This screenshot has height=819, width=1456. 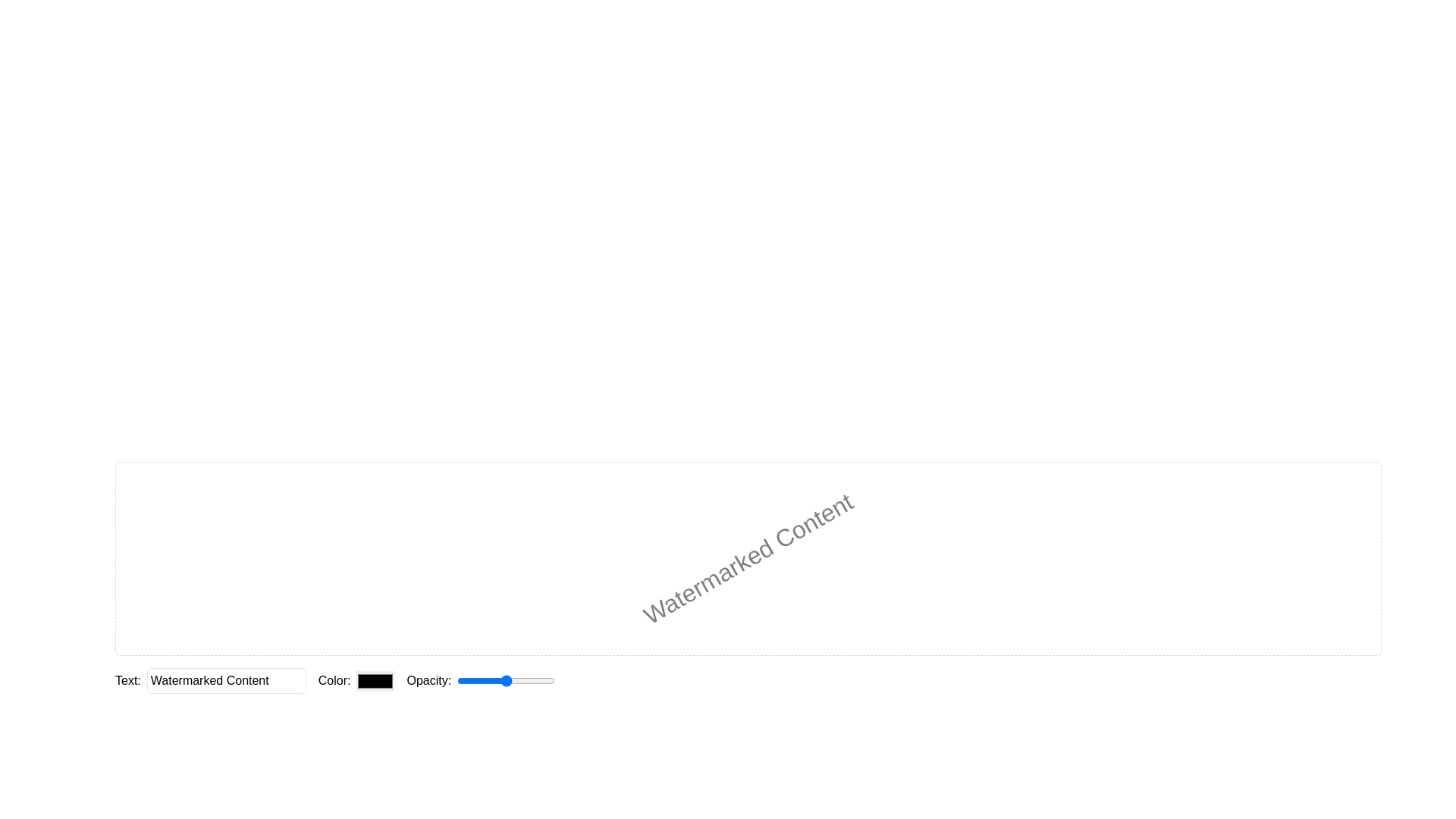 What do you see at coordinates (515, 680) in the screenshot?
I see `opacity` at bounding box center [515, 680].